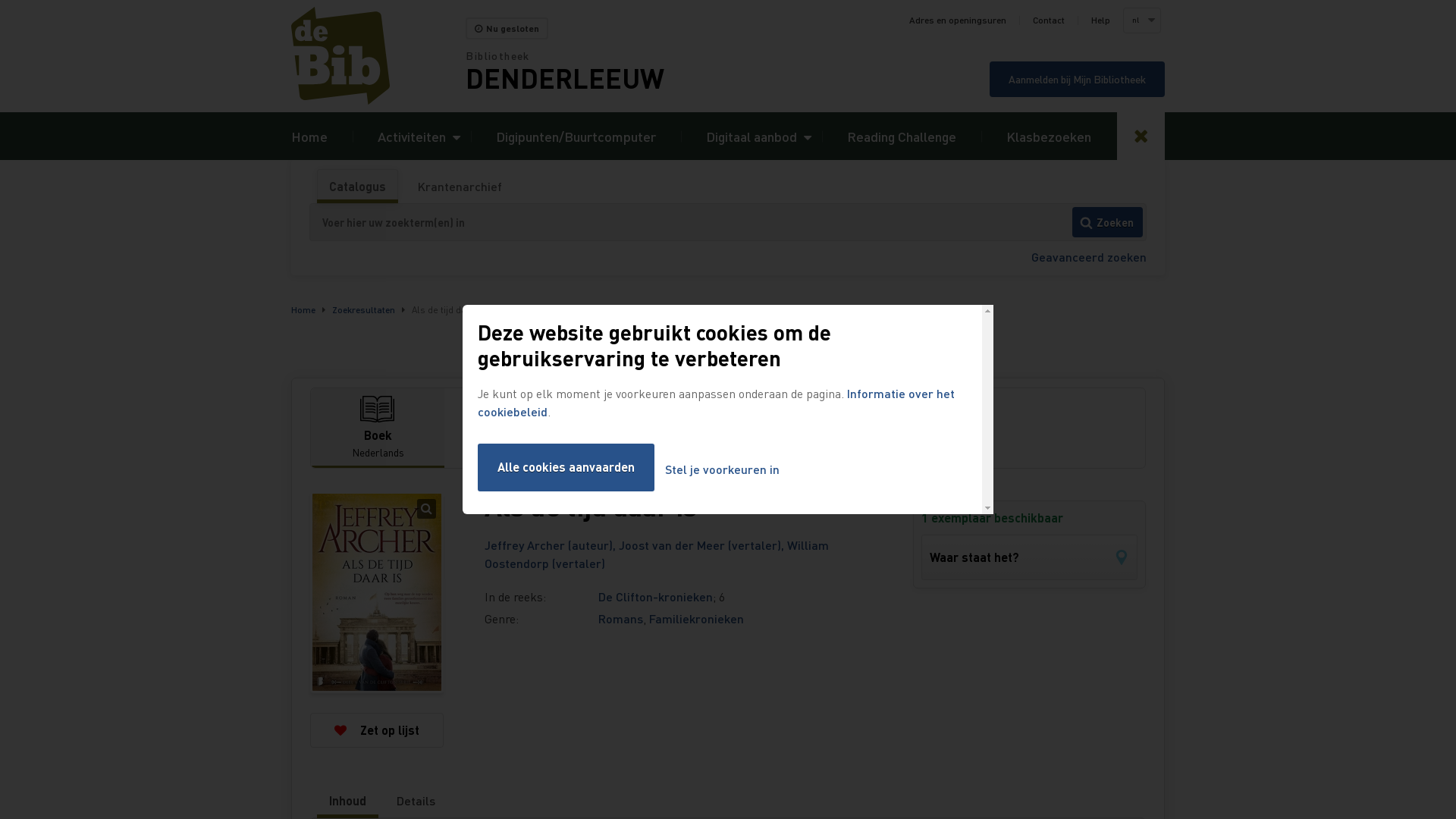  I want to click on 'Home', so click(309, 135).